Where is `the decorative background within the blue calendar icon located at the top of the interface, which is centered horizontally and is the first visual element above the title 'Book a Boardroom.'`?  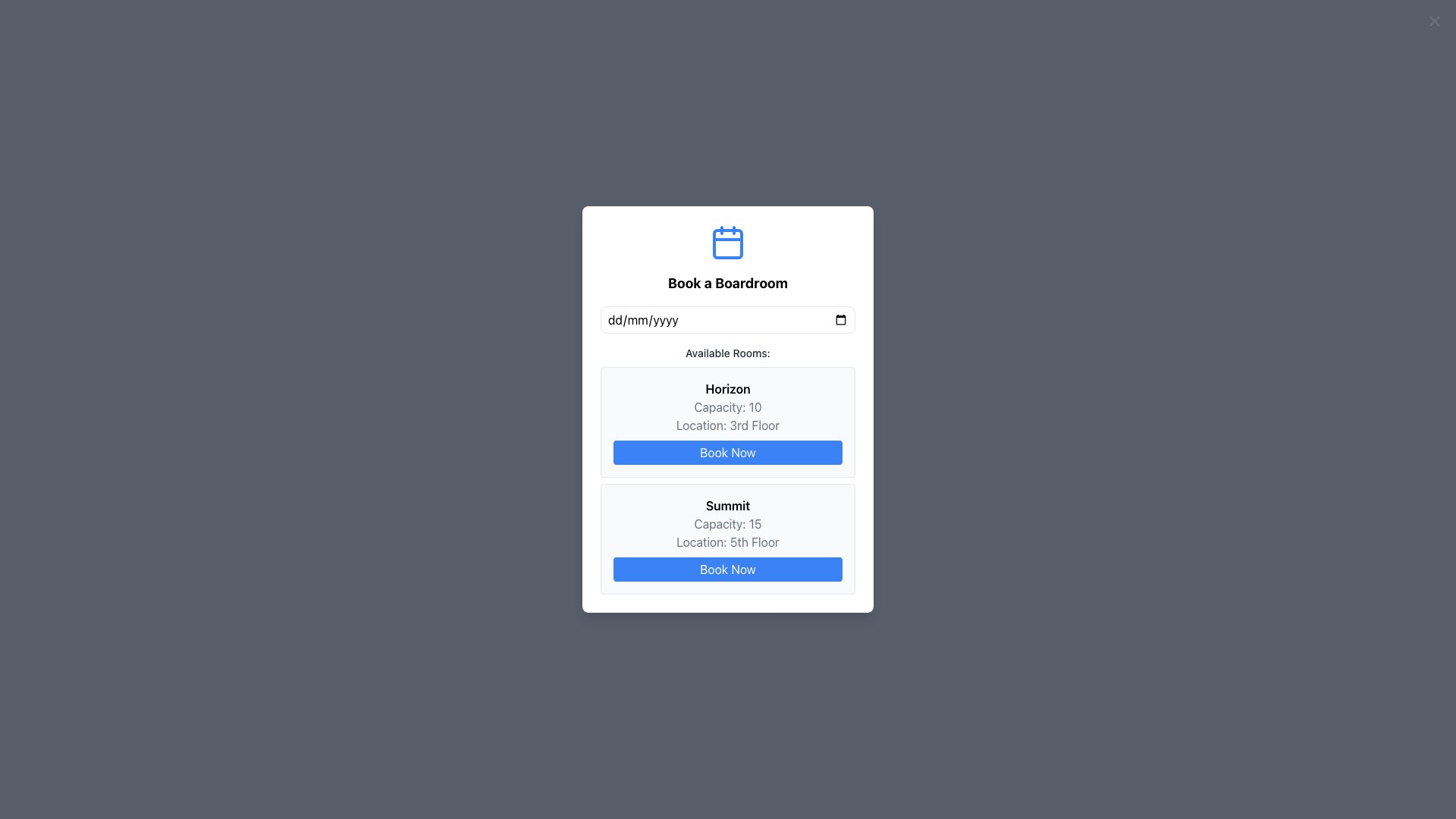 the decorative background within the blue calendar icon located at the top of the interface, which is centered horizontally and is the first visual element above the title 'Book a Boardroom.' is located at coordinates (728, 243).